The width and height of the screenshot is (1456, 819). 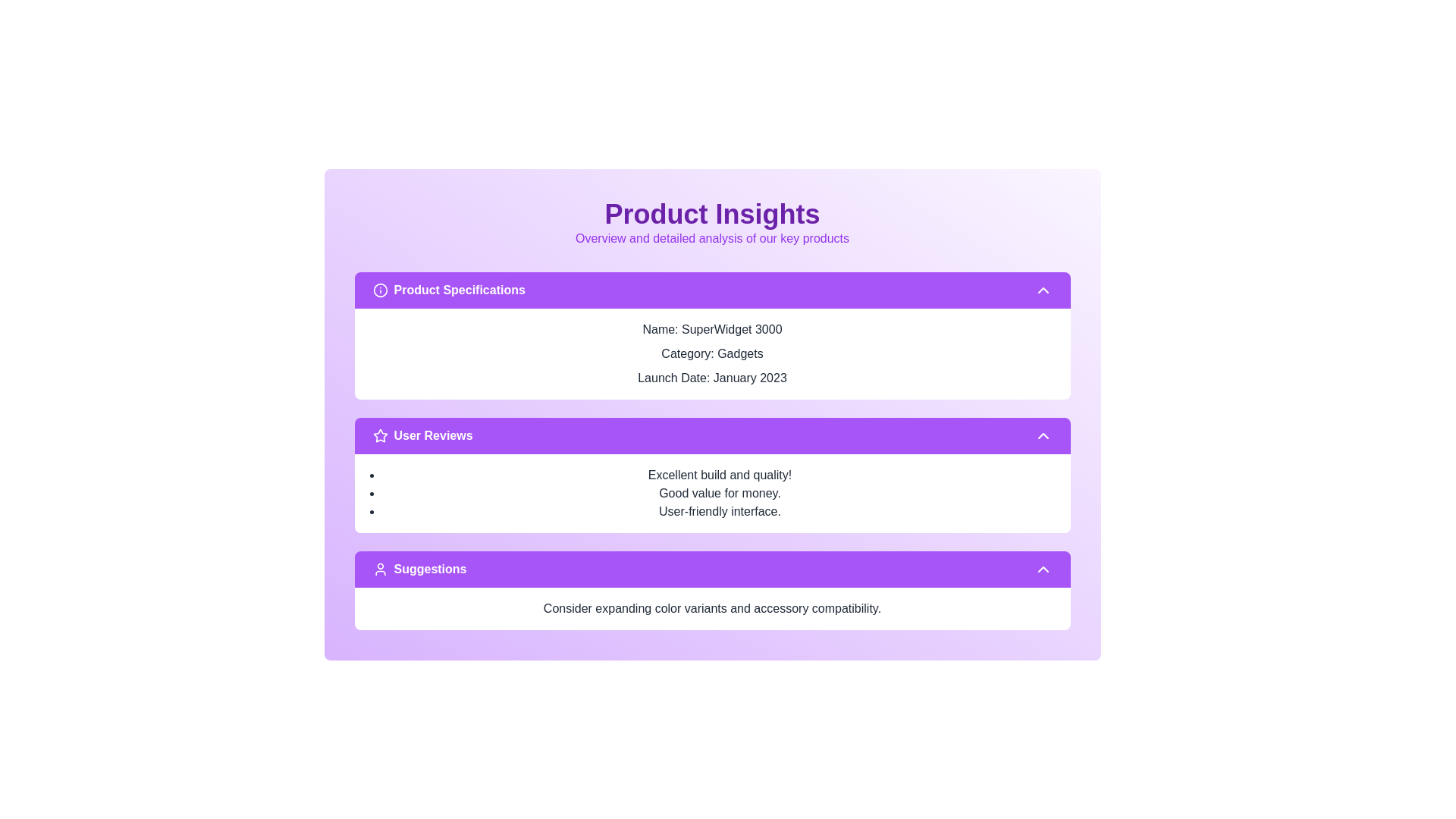 I want to click on text content that states 'Consider expanding color variants and accessory compatibility.' located in the Suggestions section of the interface, so click(x=711, y=607).